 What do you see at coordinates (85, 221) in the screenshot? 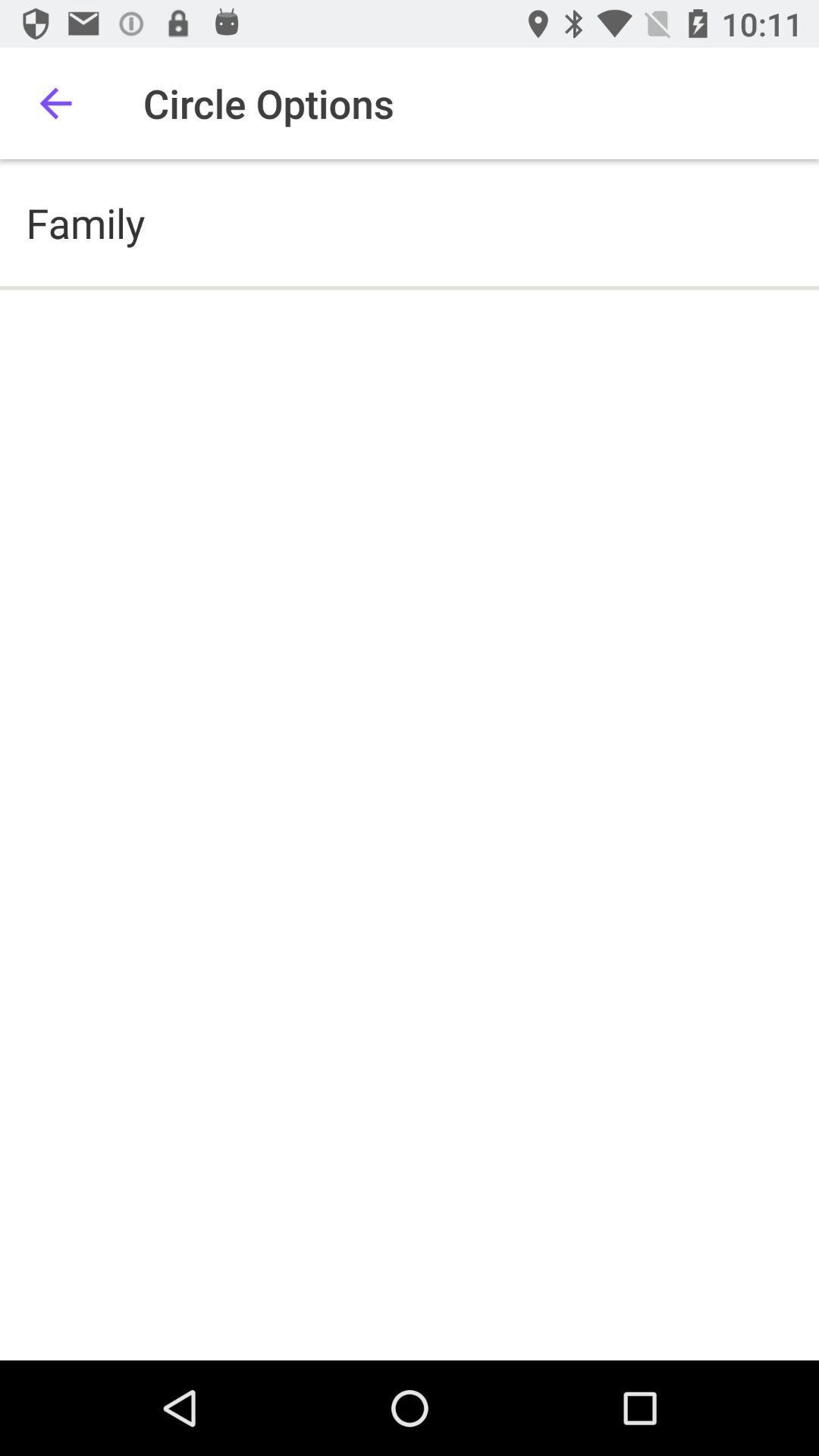
I see `family icon` at bounding box center [85, 221].